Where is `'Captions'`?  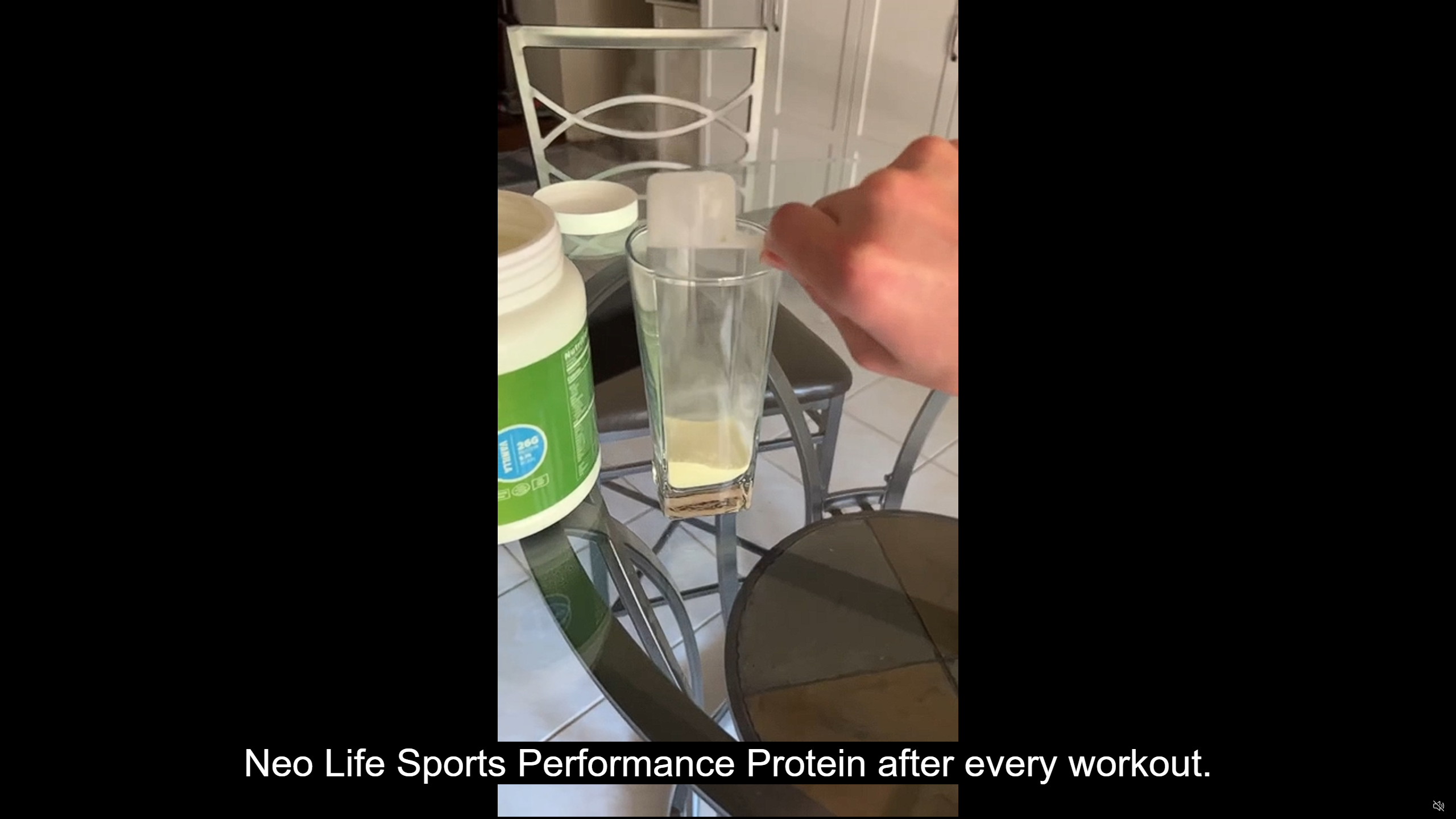 'Captions' is located at coordinates (1394, 806).